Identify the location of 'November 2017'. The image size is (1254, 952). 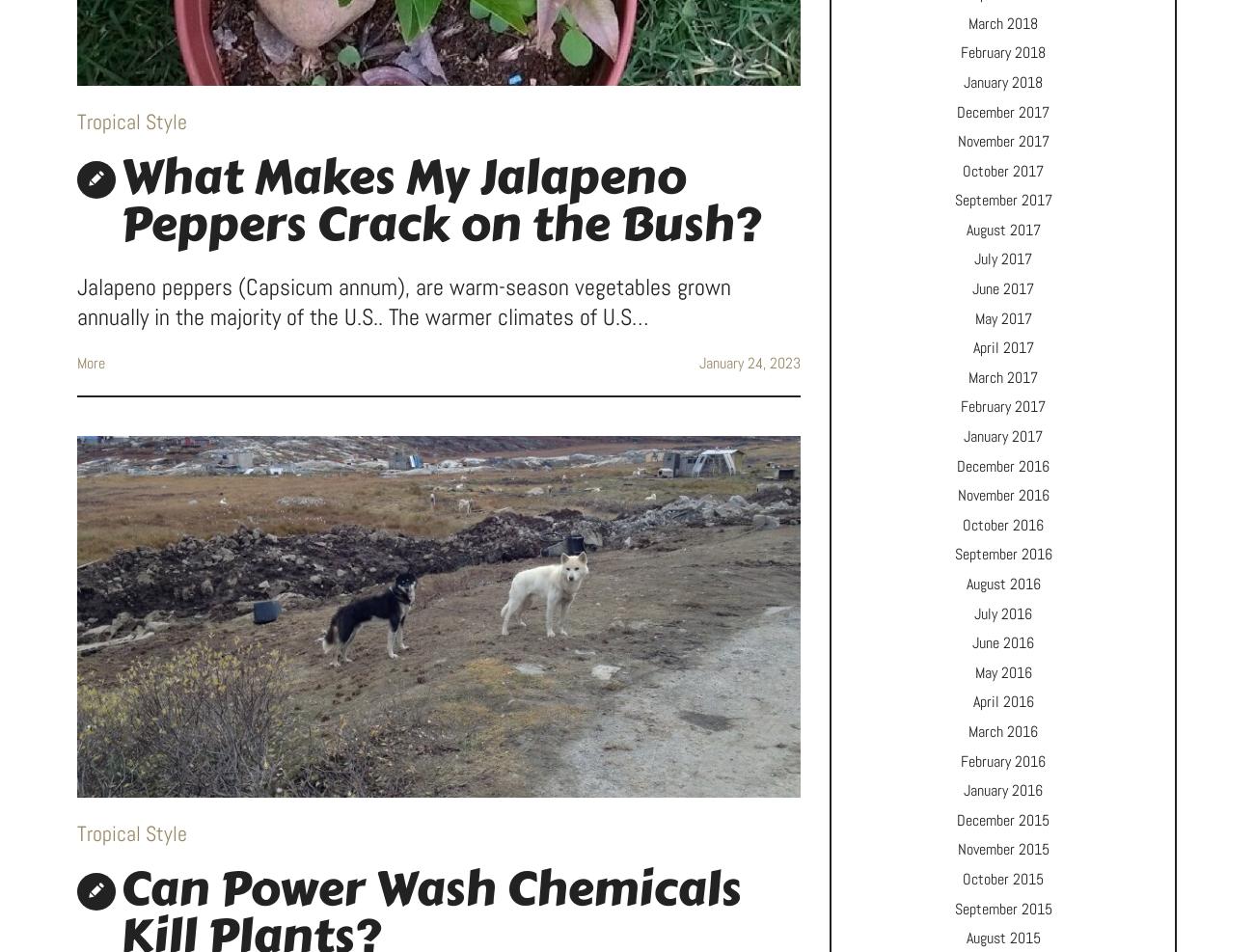
(1002, 140).